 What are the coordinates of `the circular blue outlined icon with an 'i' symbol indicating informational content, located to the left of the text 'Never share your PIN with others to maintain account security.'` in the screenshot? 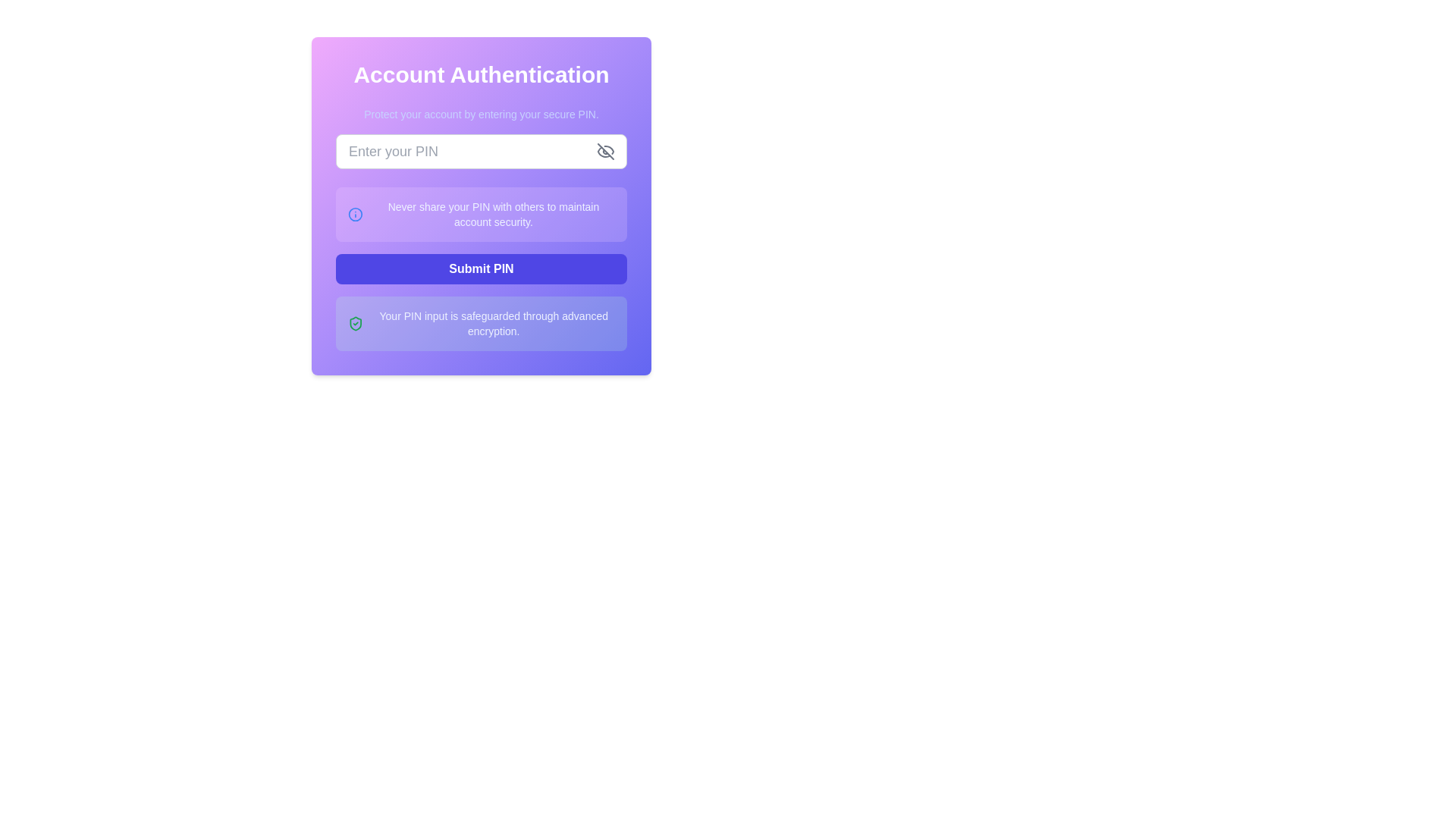 It's located at (354, 214).